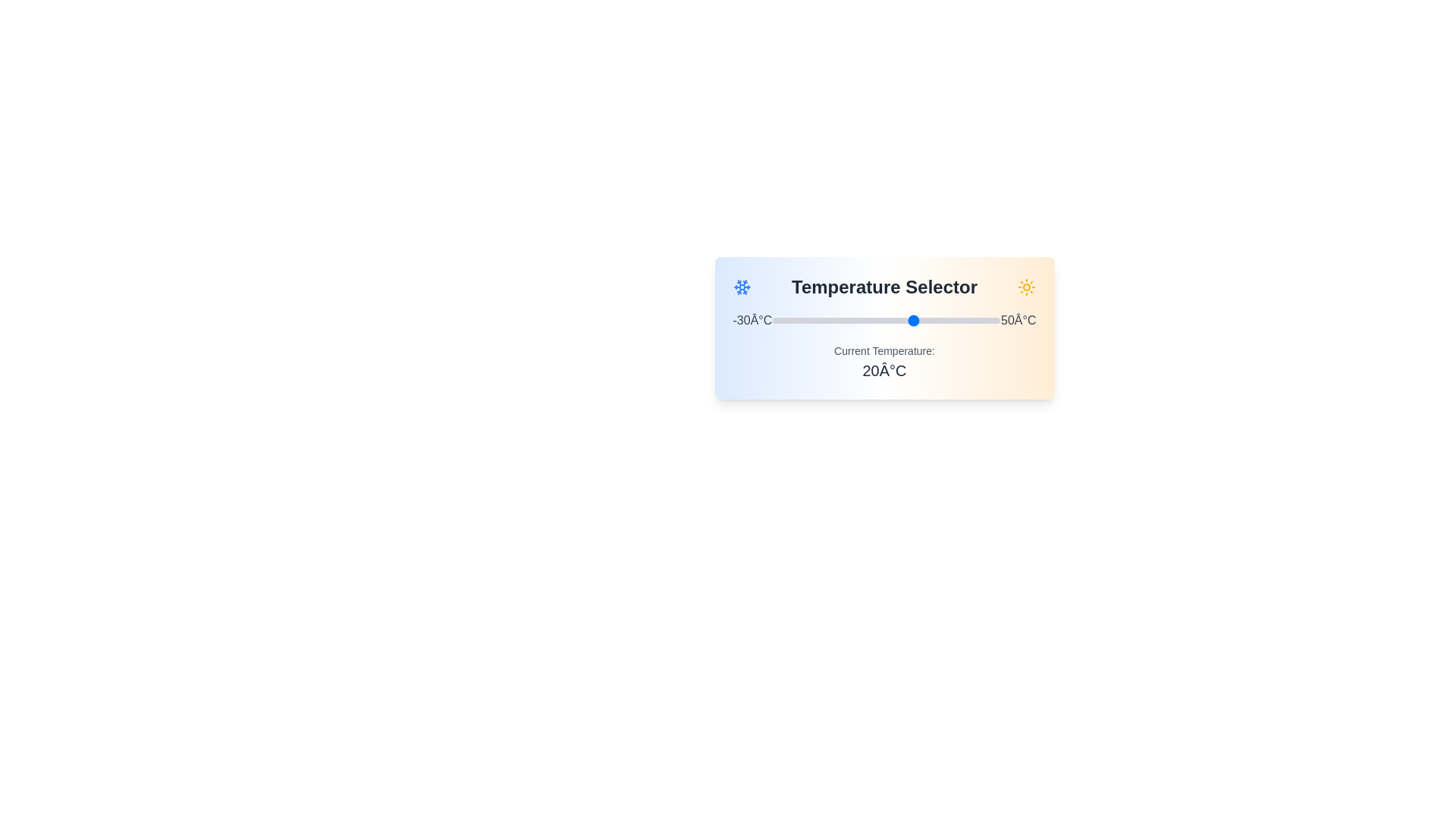 The height and width of the screenshot is (819, 1456). Describe the element at coordinates (951, 320) in the screenshot. I see `the temperature` at that location.